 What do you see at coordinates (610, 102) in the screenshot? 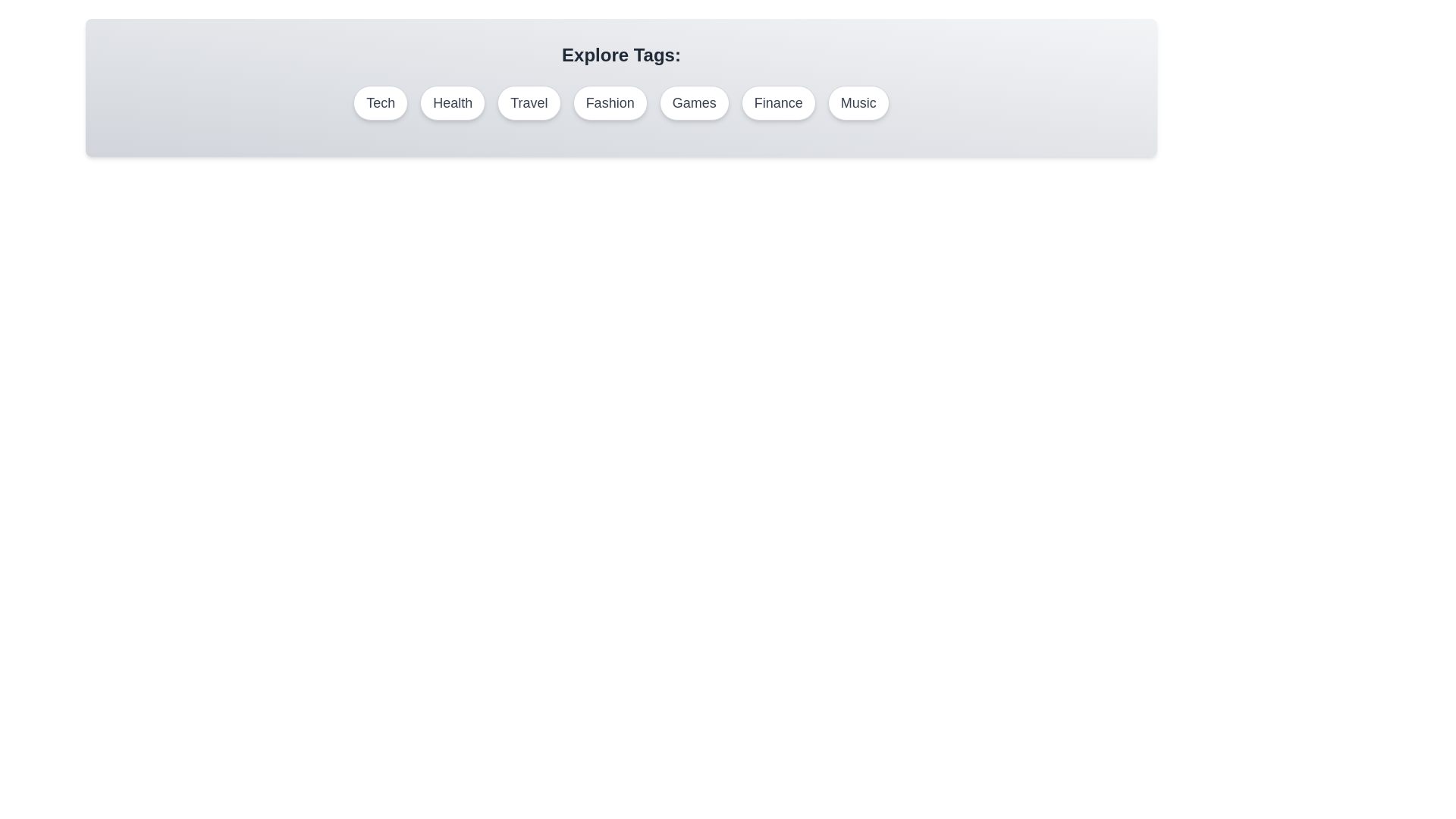
I see `the tag labeled Fashion to select it` at bounding box center [610, 102].